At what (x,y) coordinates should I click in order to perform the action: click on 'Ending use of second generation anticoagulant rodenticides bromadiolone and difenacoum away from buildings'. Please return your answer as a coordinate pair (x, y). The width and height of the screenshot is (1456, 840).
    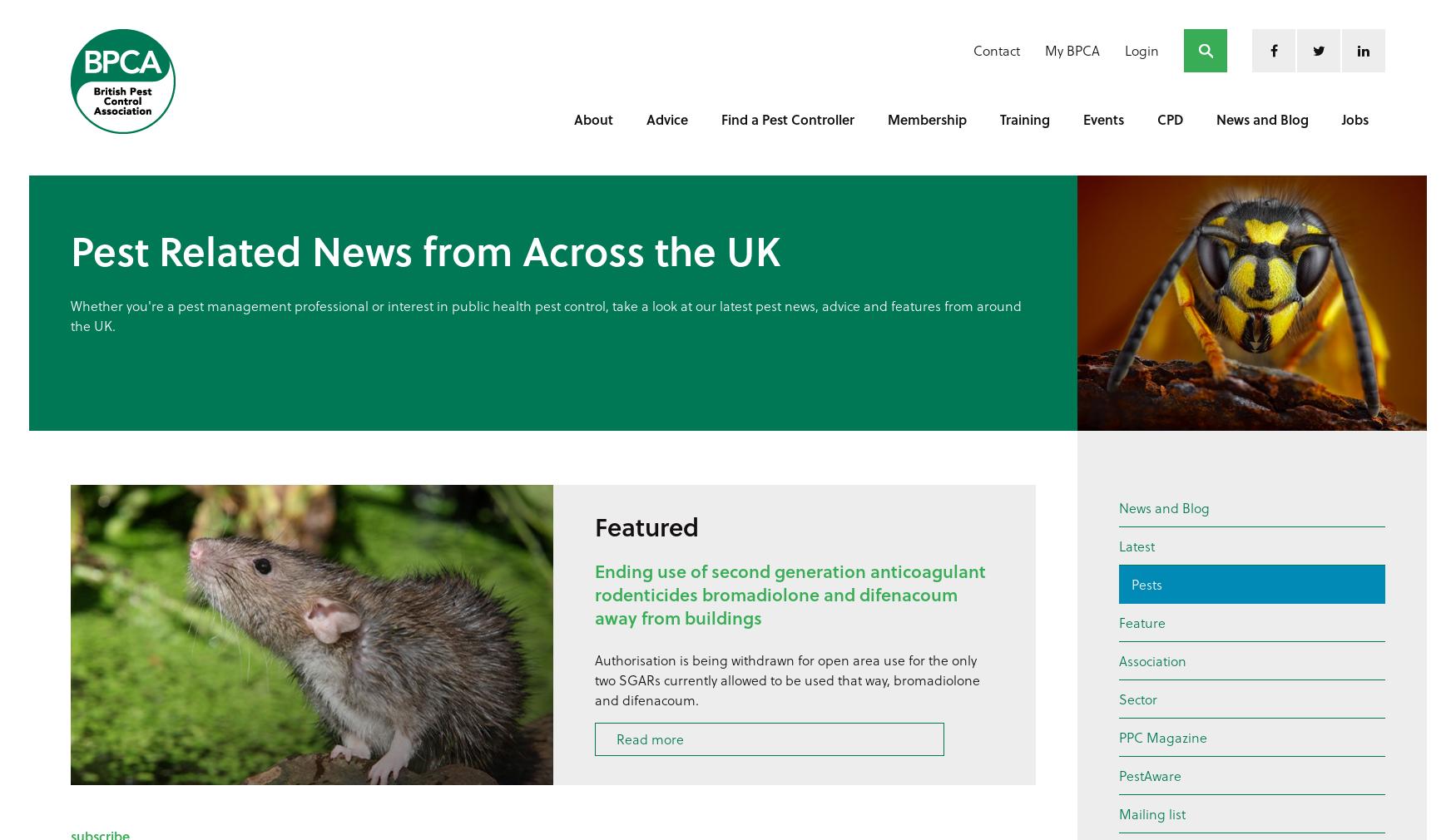
    Looking at the image, I should click on (790, 593).